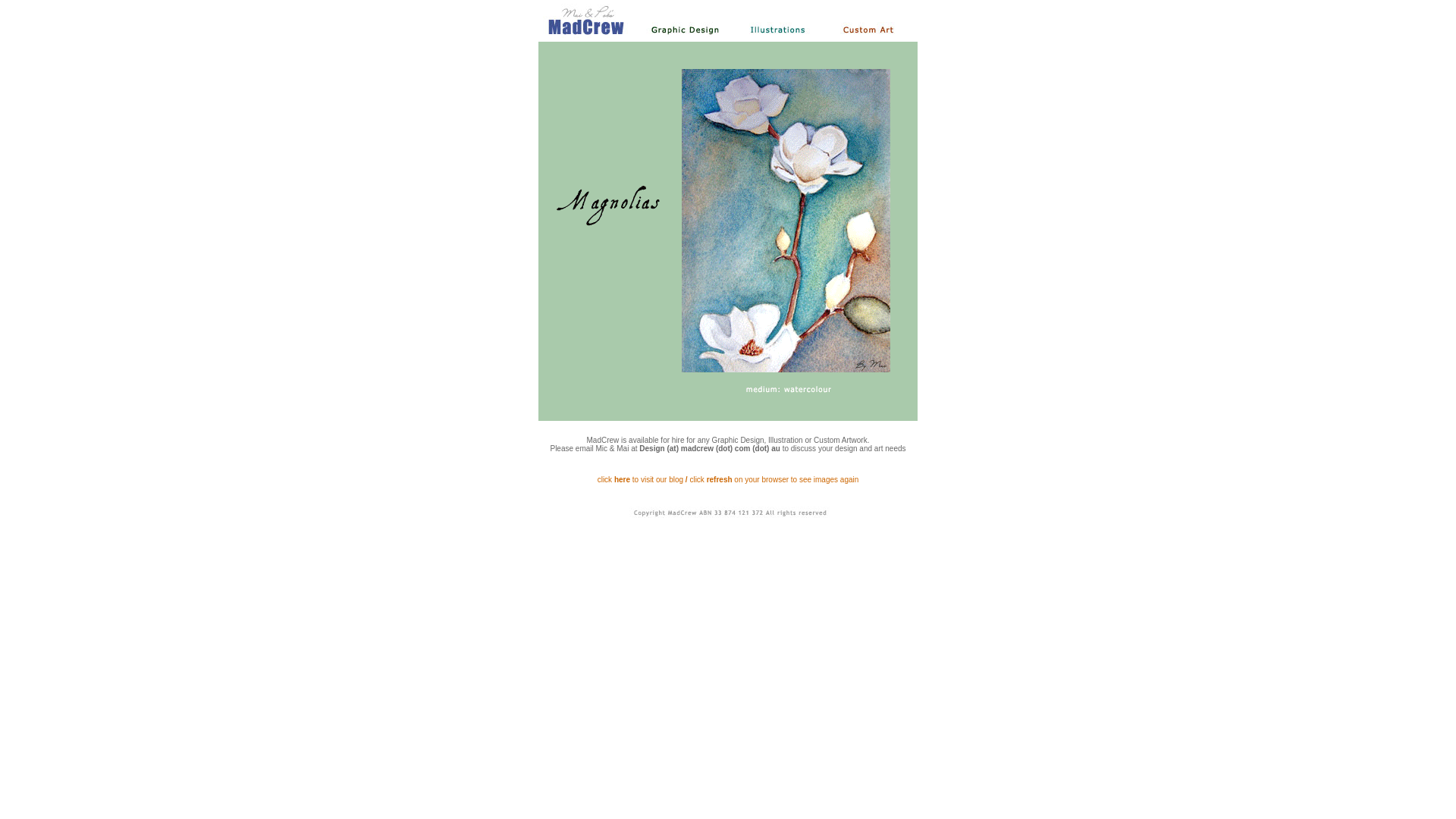  Describe the element at coordinates (640, 479) in the screenshot. I see `'click here to visit our blog'` at that location.